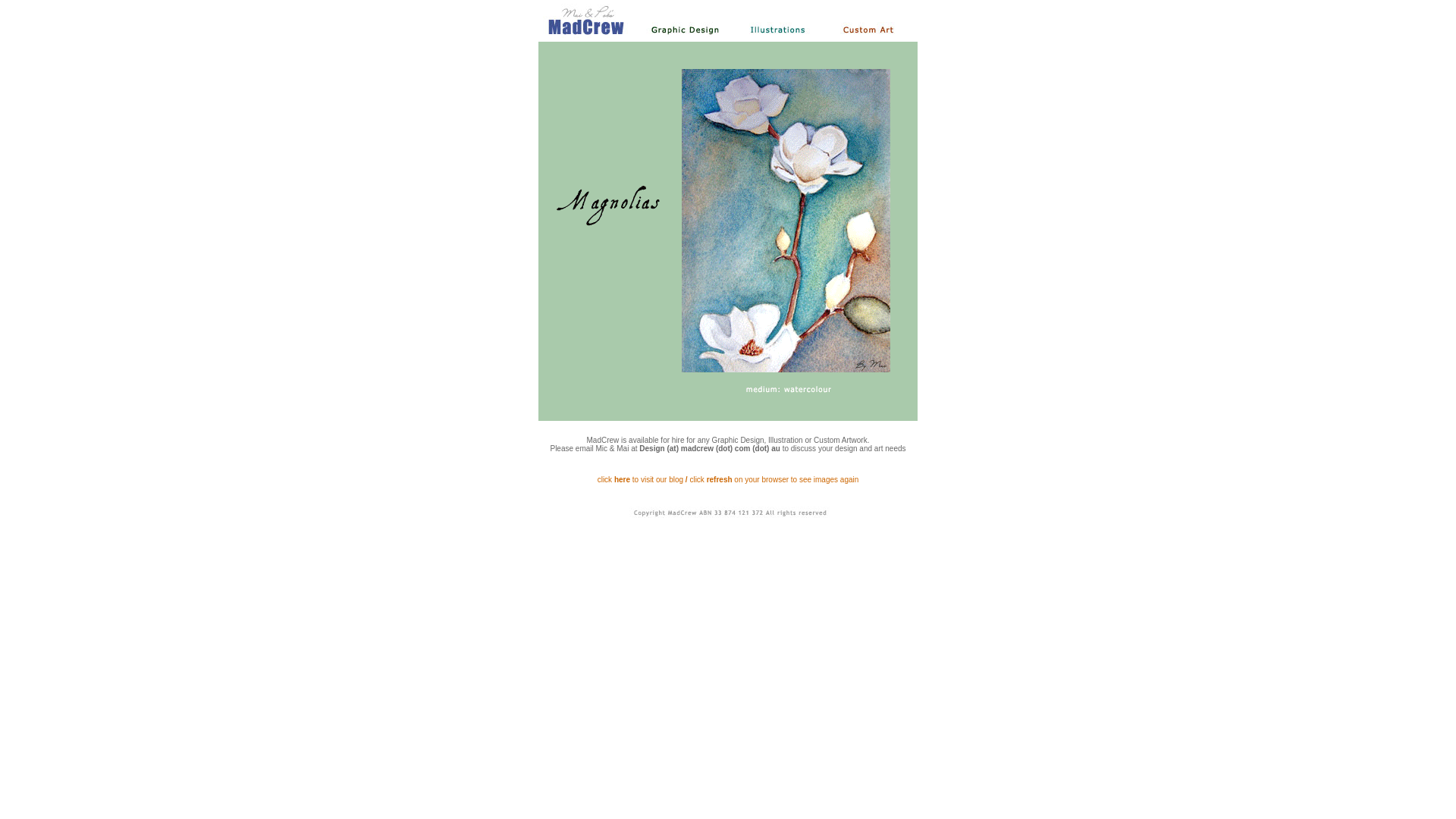  Describe the element at coordinates (640, 479) in the screenshot. I see `'click here to visit our blog'` at that location.